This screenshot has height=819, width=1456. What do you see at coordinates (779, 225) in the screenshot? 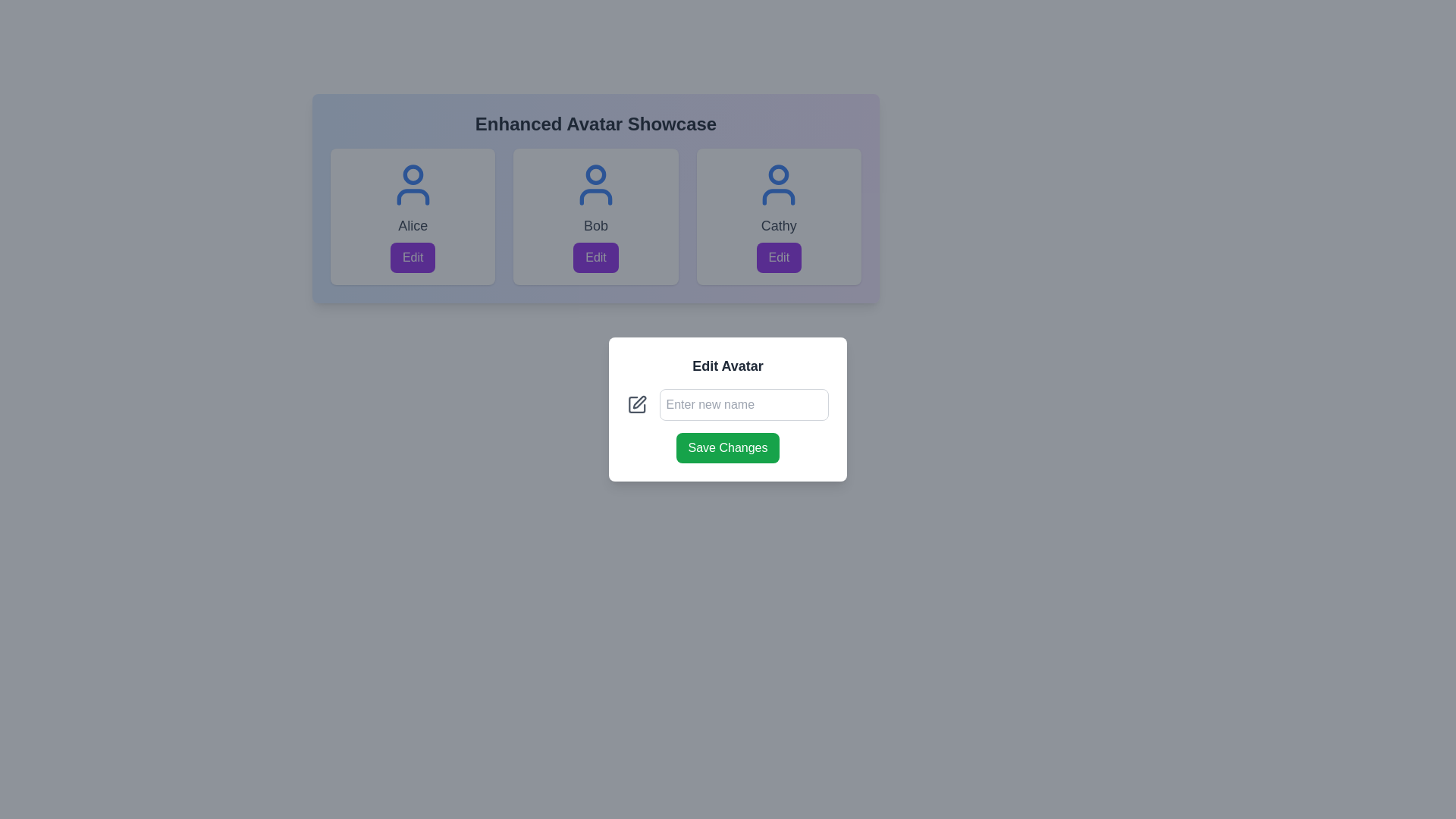
I see `the text label displaying the name 'Cathy', which is styled with medium font size and gray color, located in the third card below the avatar icon and above the 'Edit' button` at bounding box center [779, 225].